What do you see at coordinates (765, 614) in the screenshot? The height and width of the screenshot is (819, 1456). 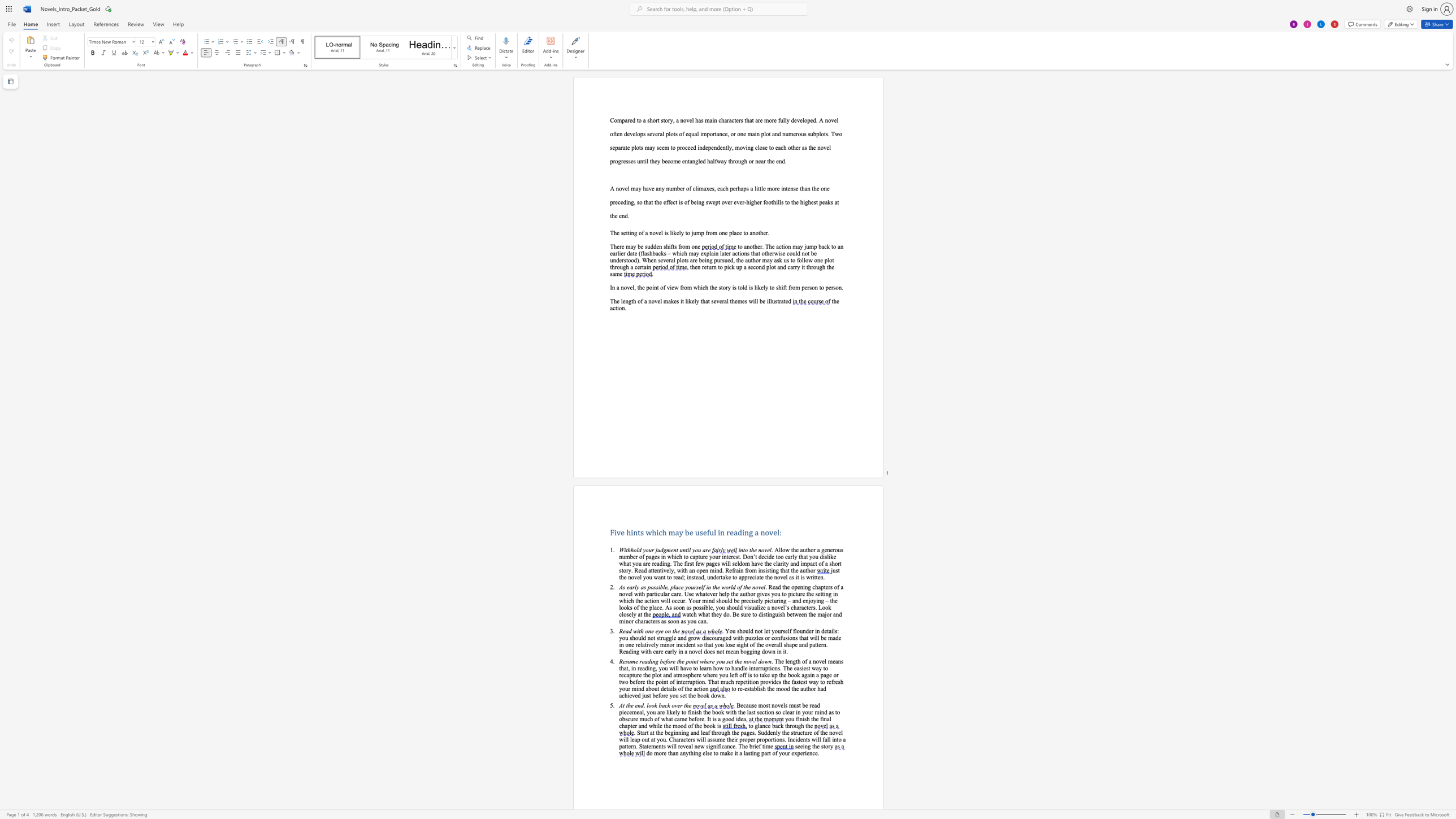 I see `the 5th character "t" in the text` at bounding box center [765, 614].